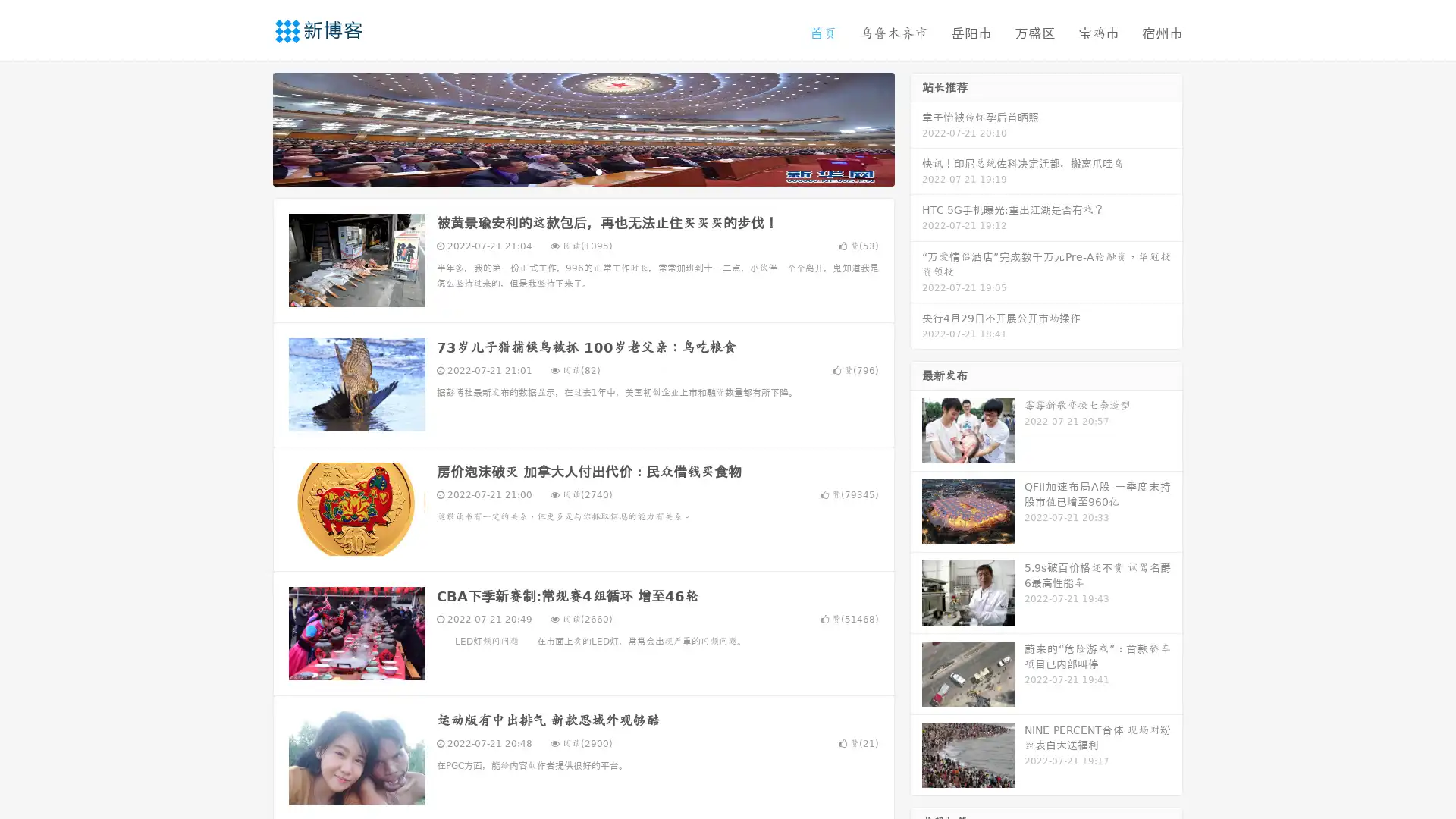 This screenshot has height=819, width=1456. What do you see at coordinates (250, 127) in the screenshot?
I see `Previous slide` at bounding box center [250, 127].